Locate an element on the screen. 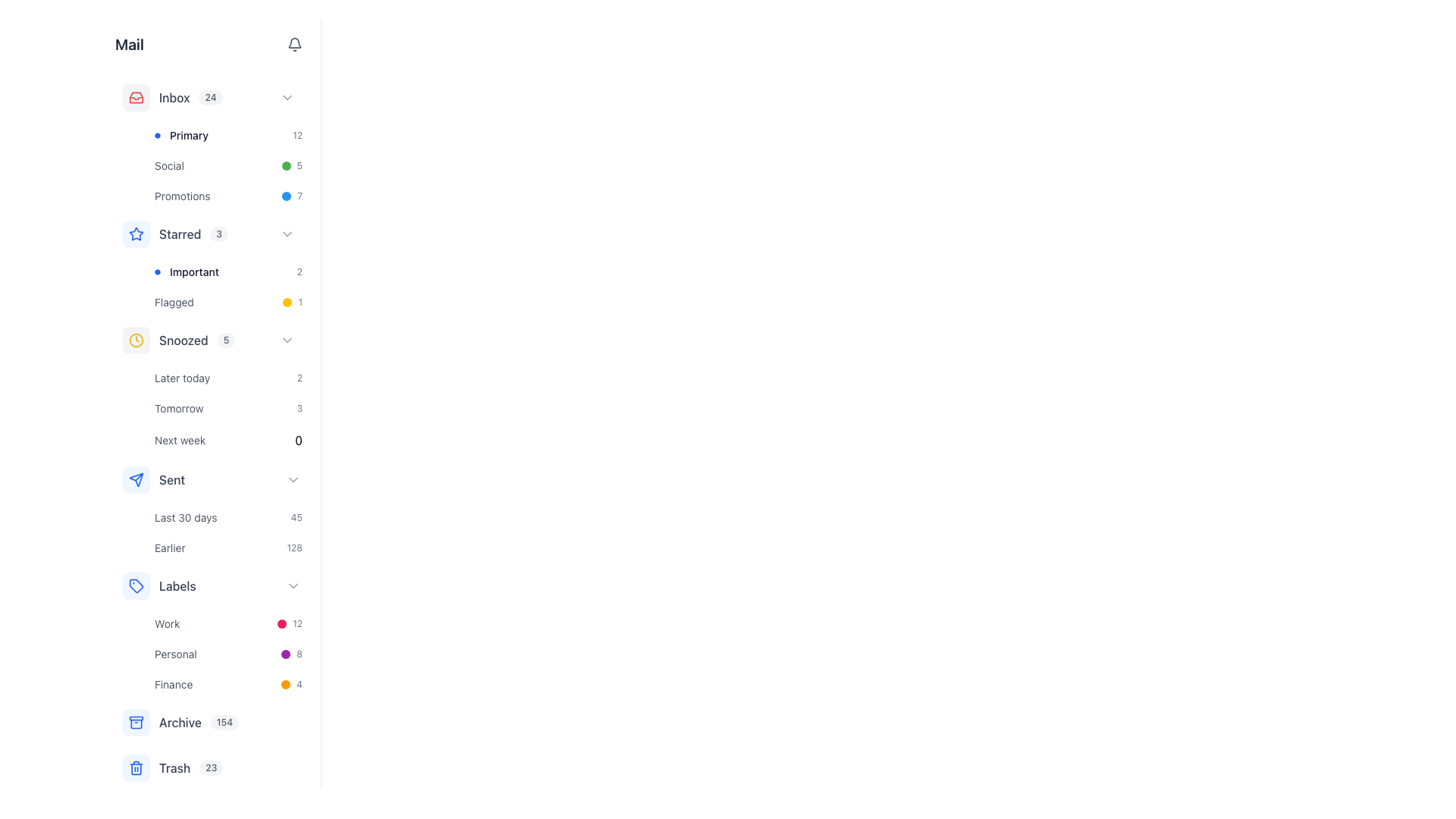 Image resolution: width=1456 pixels, height=819 pixels. the circular blue icon with the number 7 in gray text, which is part of the 'Promotions' section in the sidebar menu is located at coordinates (292, 195).